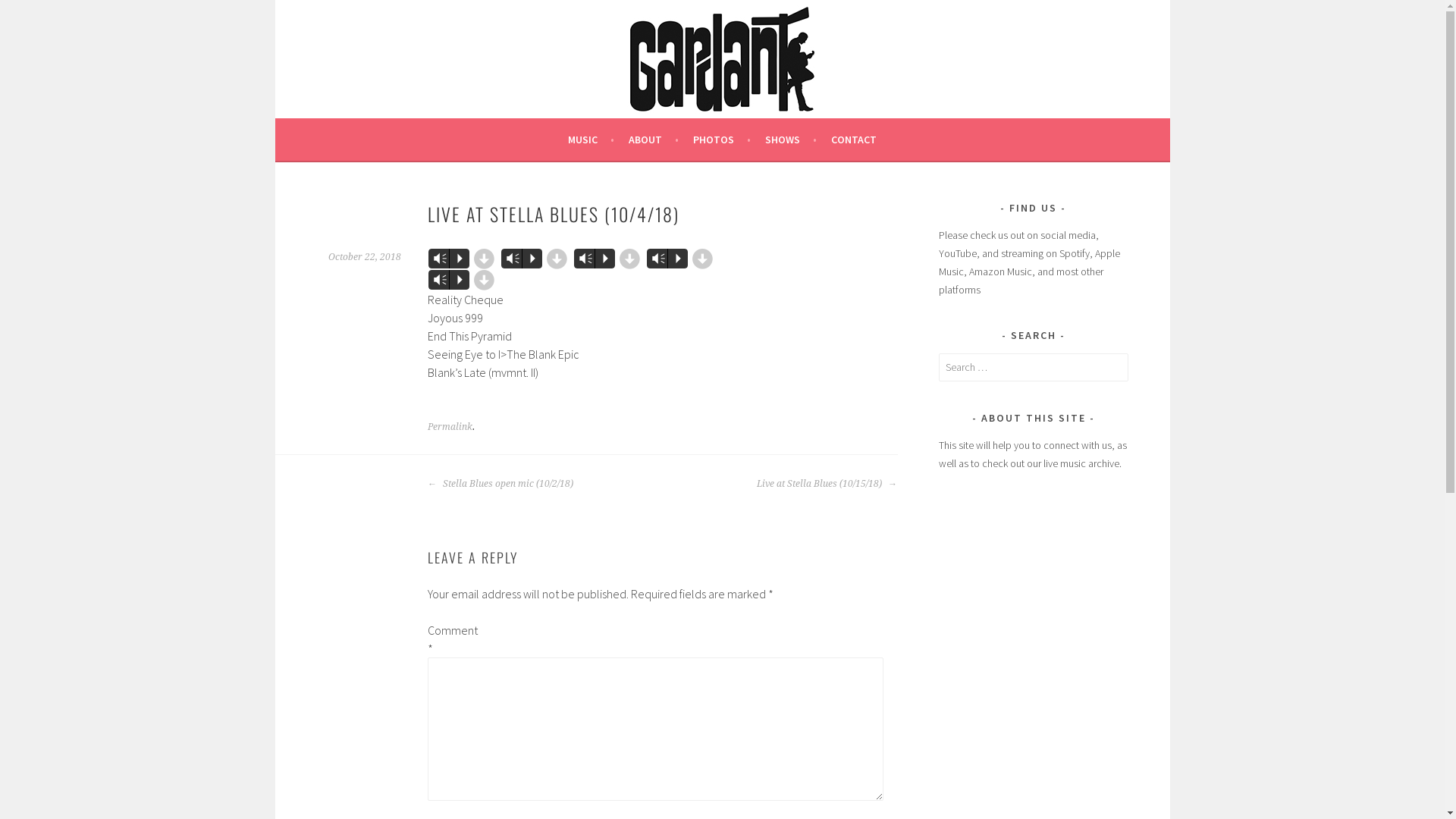  What do you see at coordinates (556, 257) in the screenshot?
I see `'d'` at bounding box center [556, 257].